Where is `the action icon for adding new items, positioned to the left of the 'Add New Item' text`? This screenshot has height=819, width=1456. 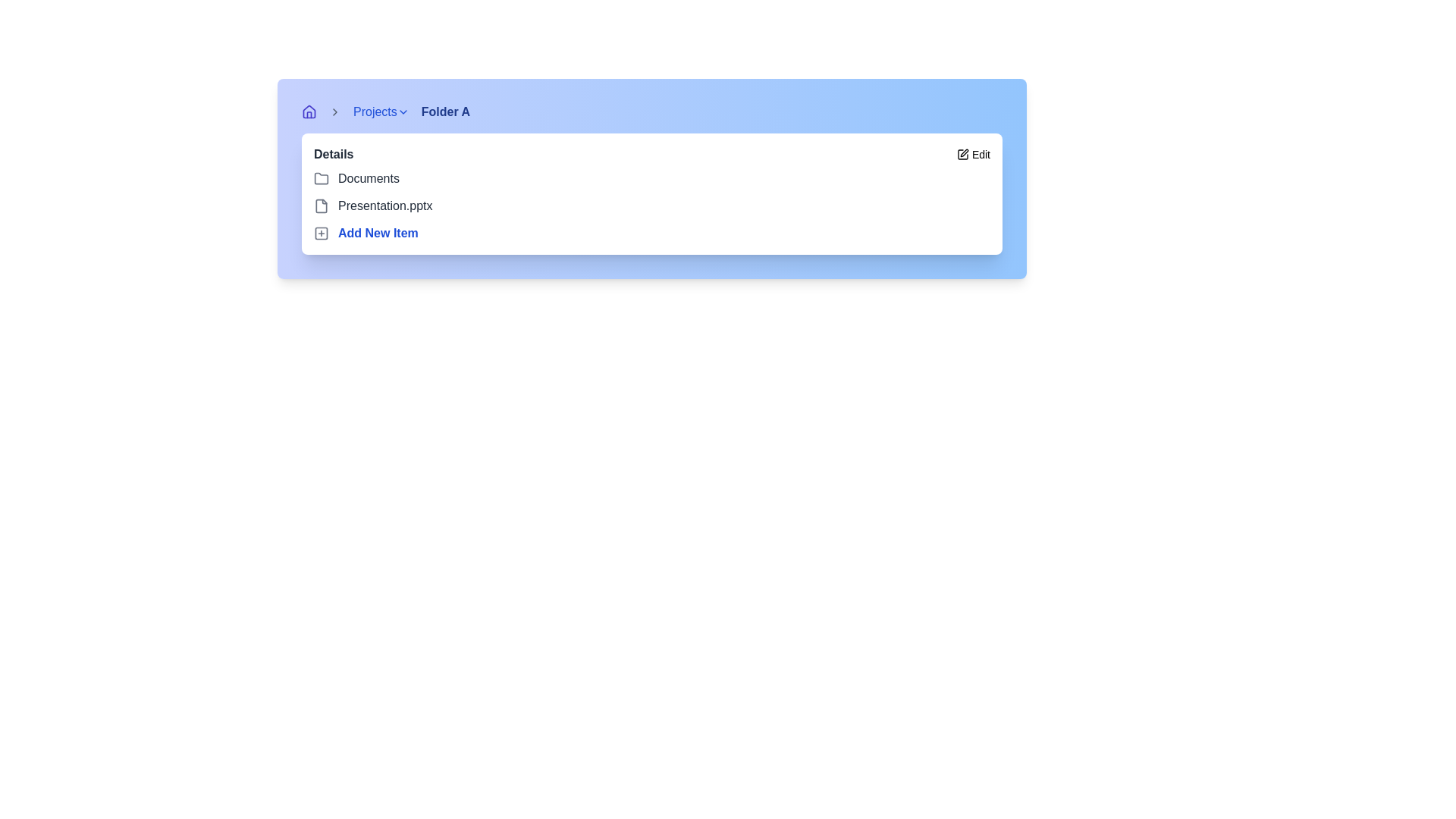 the action icon for adding new items, positioned to the left of the 'Add New Item' text is located at coordinates (320, 234).